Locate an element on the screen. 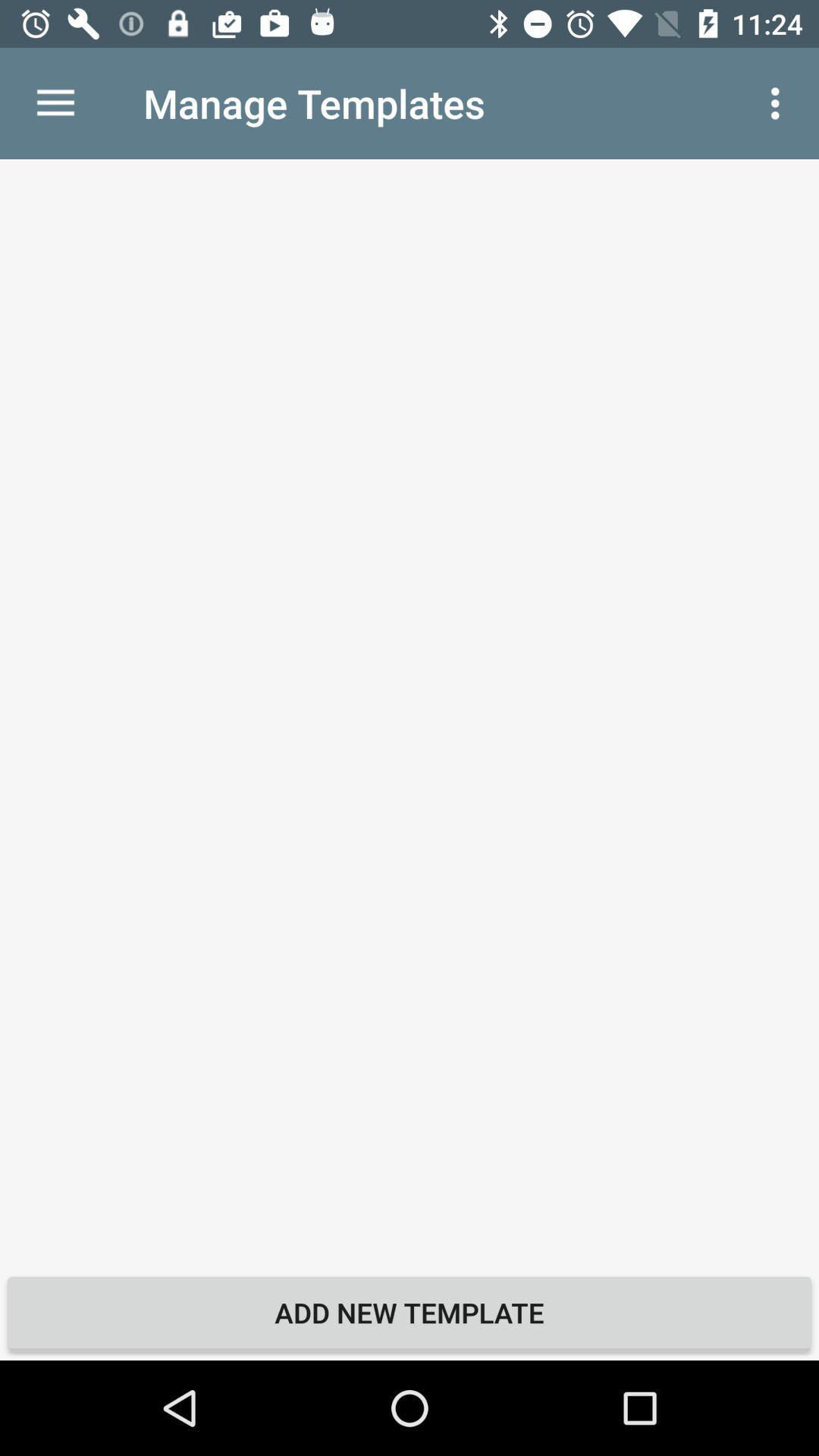 Image resolution: width=819 pixels, height=1456 pixels. icon above add new template is located at coordinates (409, 711).